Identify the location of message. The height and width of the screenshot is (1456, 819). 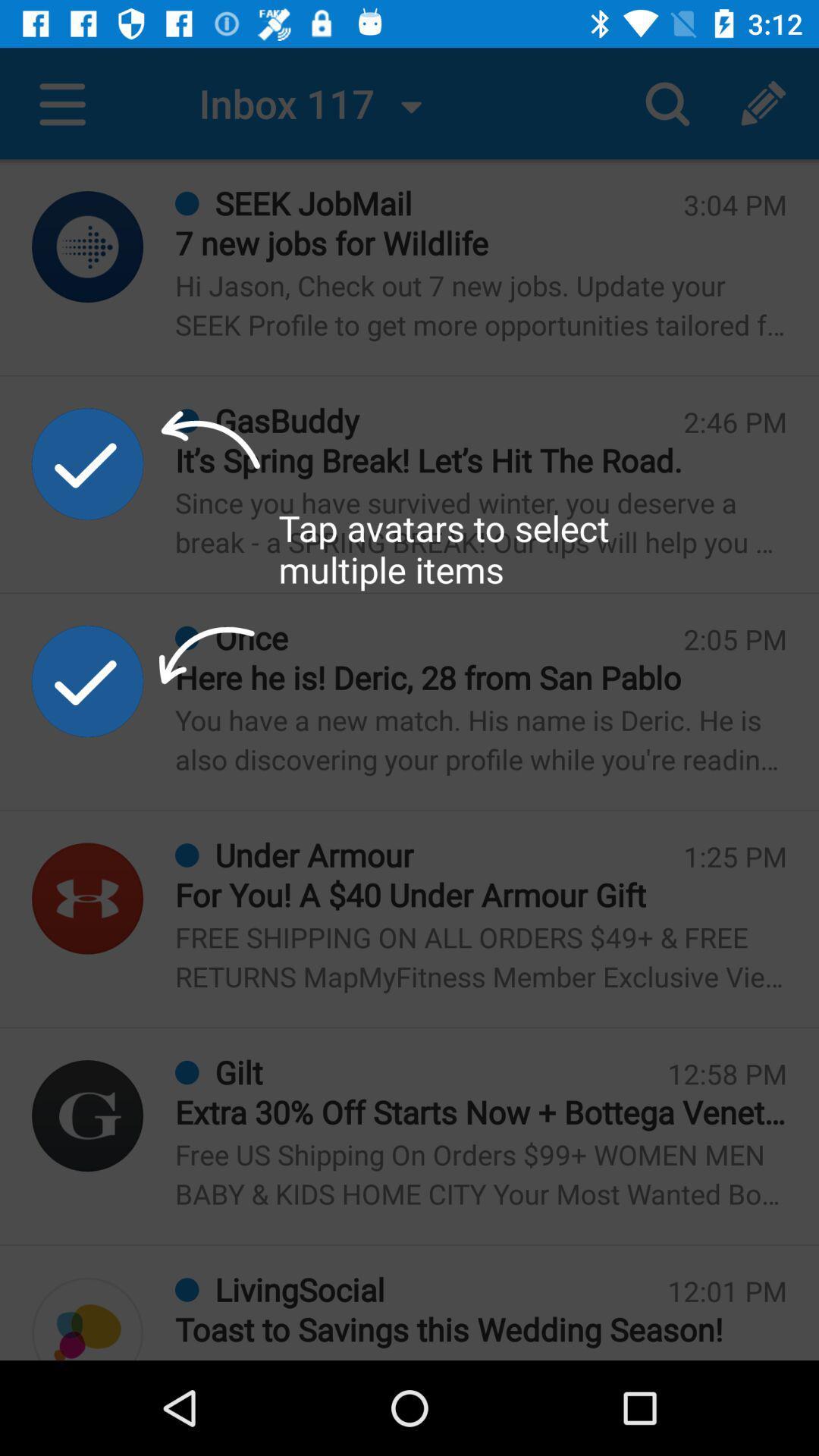
(87, 1318).